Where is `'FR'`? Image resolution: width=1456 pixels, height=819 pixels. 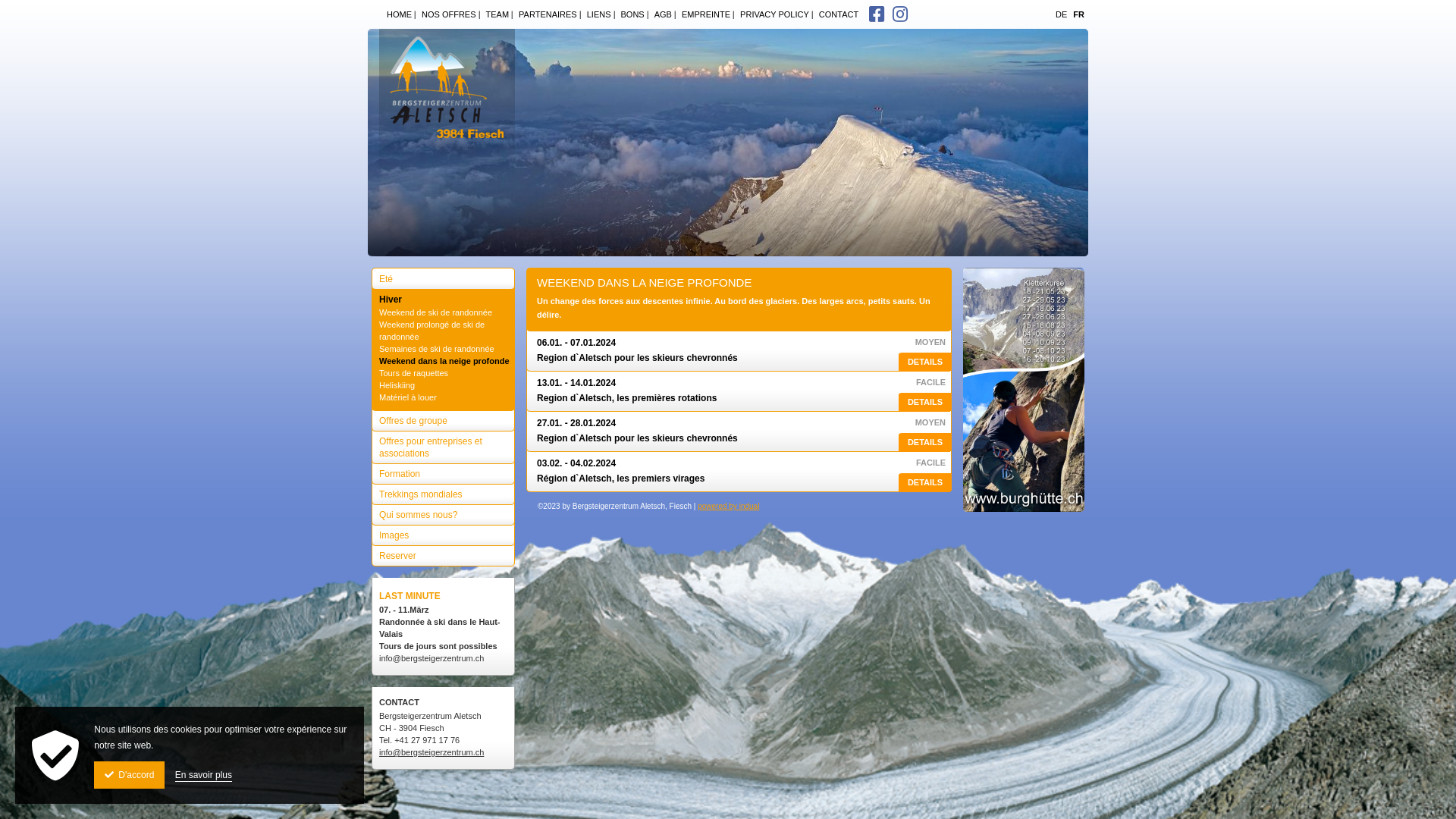 'FR' is located at coordinates (1078, 14).